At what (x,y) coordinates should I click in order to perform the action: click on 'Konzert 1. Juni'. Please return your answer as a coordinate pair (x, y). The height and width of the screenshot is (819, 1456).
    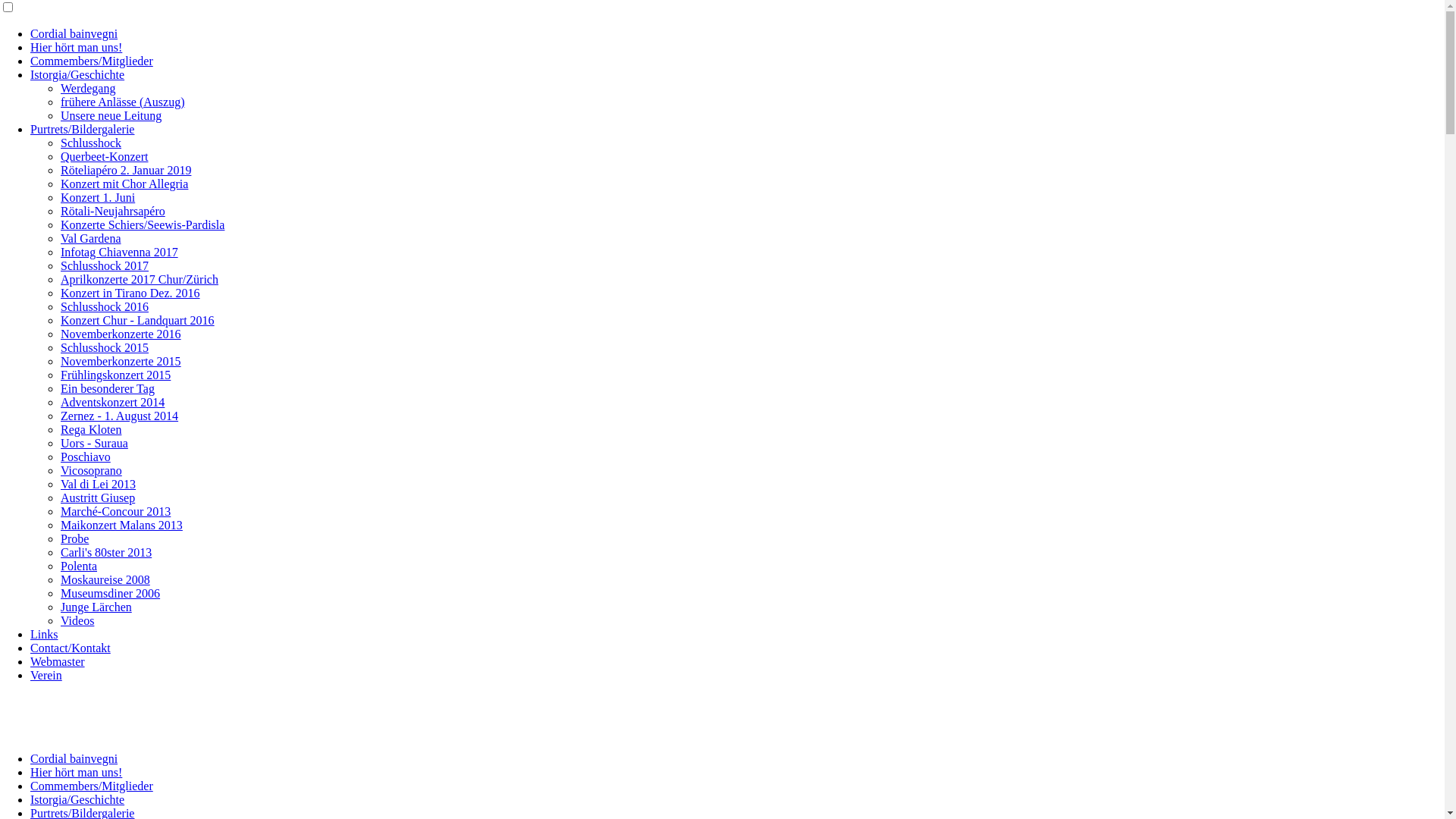
    Looking at the image, I should click on (97, 196).